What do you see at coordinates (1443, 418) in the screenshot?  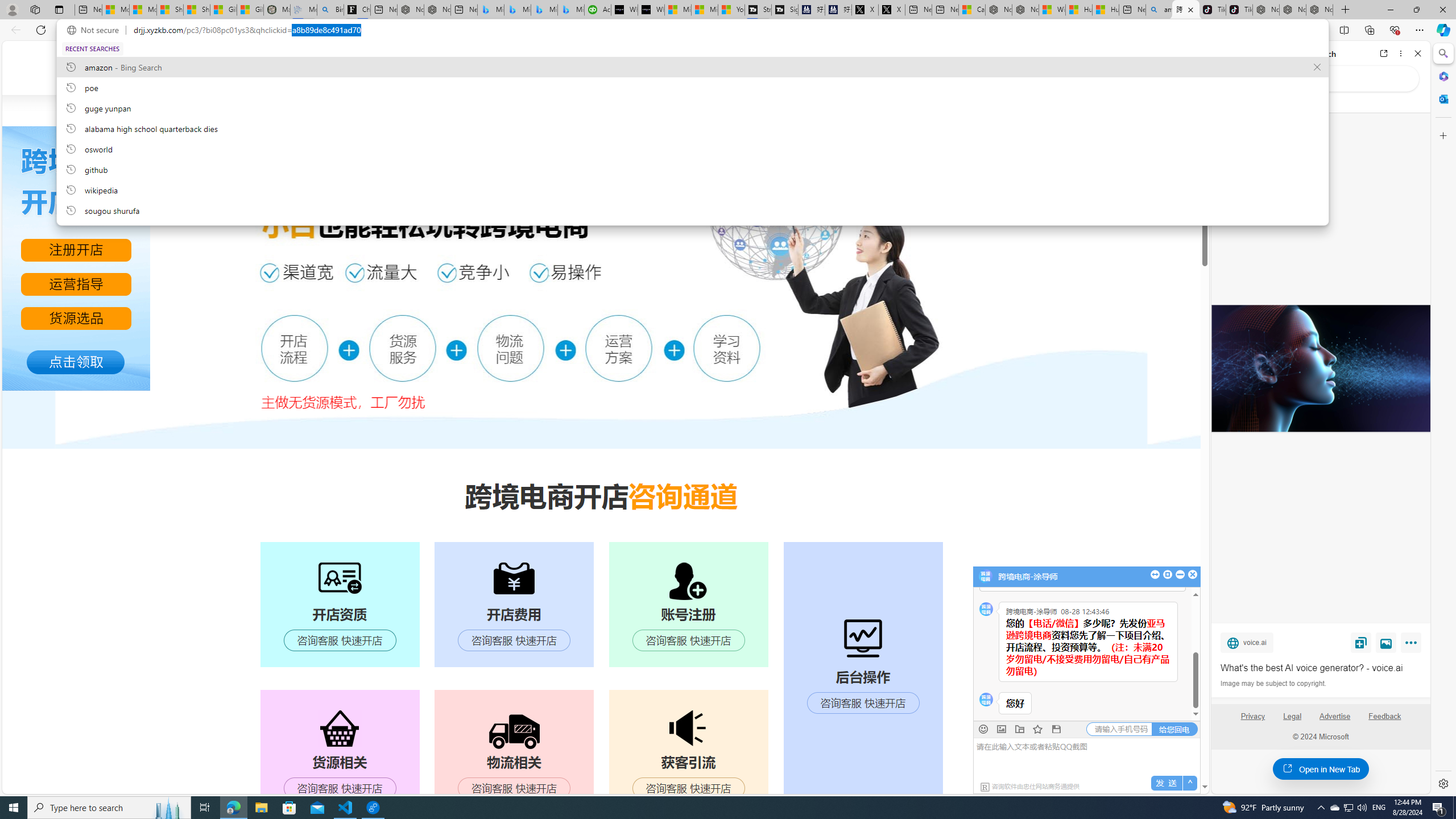 I see `'Side bar'` at bounding box center [1443, 418].